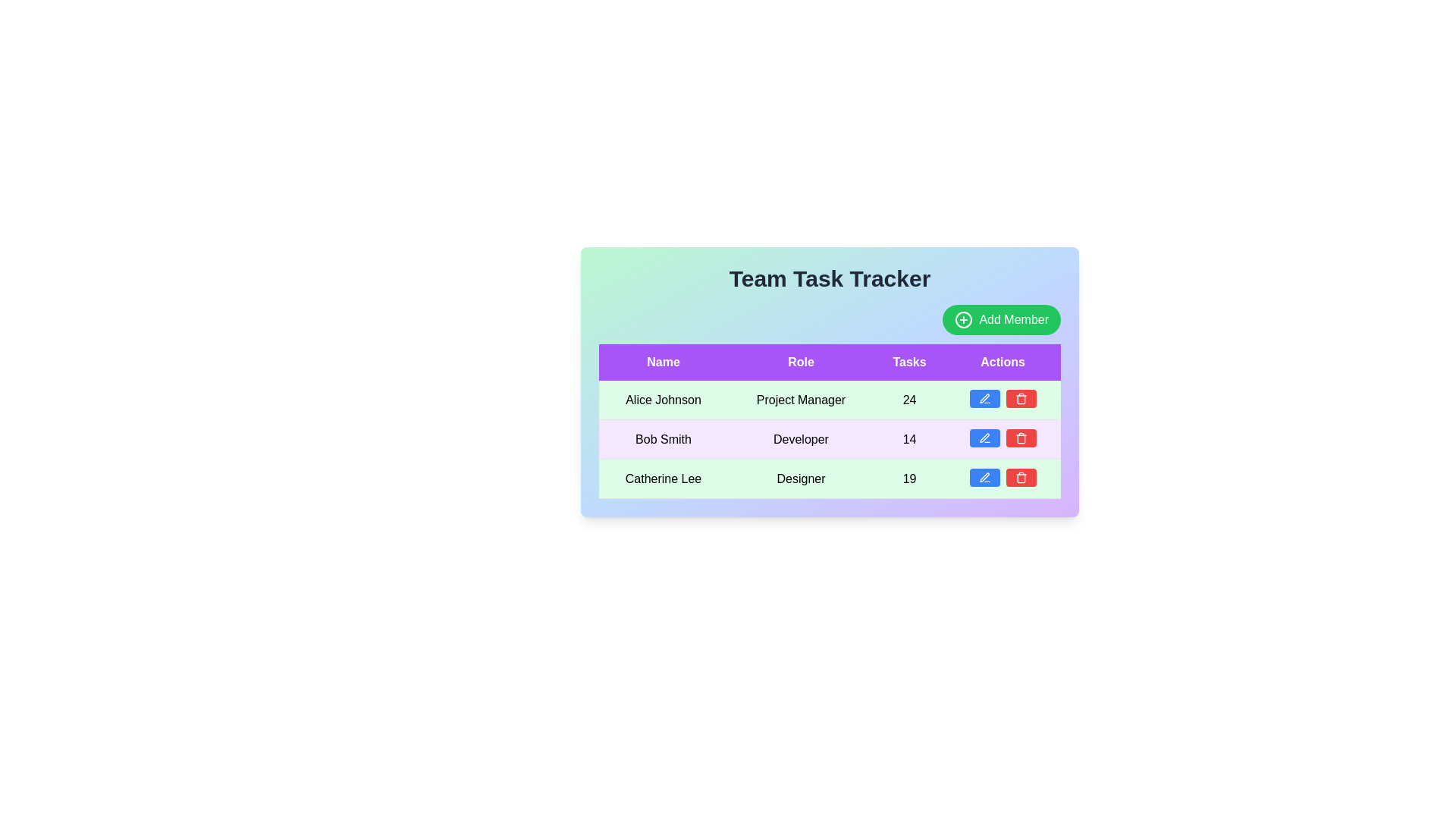 This screenshot has width=1456, height=819. Describe the element at coordinates (1001, 318) in the screenshot. I see `'Add Member' button to initiate the process of adding a new team member` at that location.